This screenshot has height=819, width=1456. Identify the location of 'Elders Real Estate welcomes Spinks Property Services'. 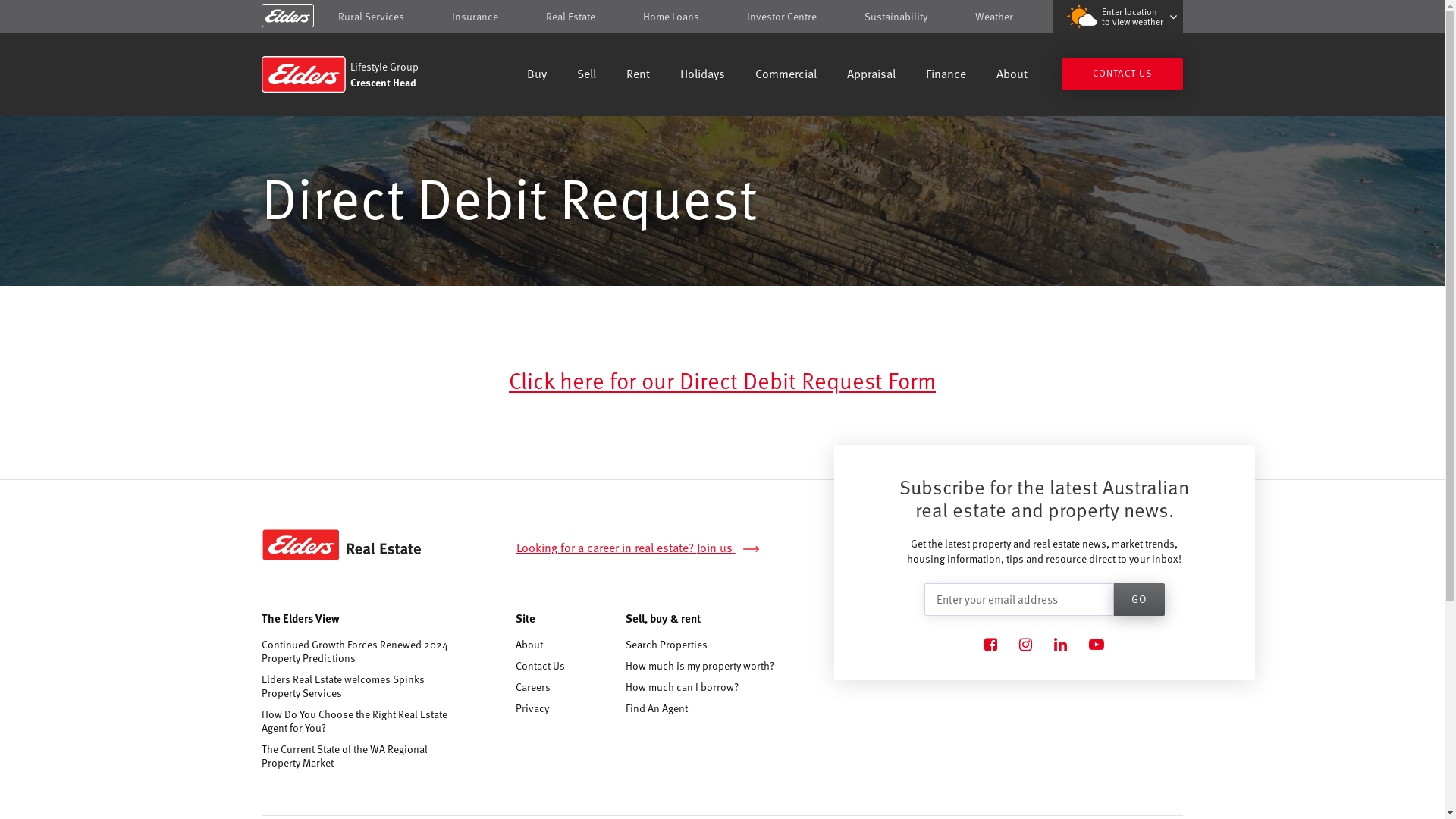
(262, 686).